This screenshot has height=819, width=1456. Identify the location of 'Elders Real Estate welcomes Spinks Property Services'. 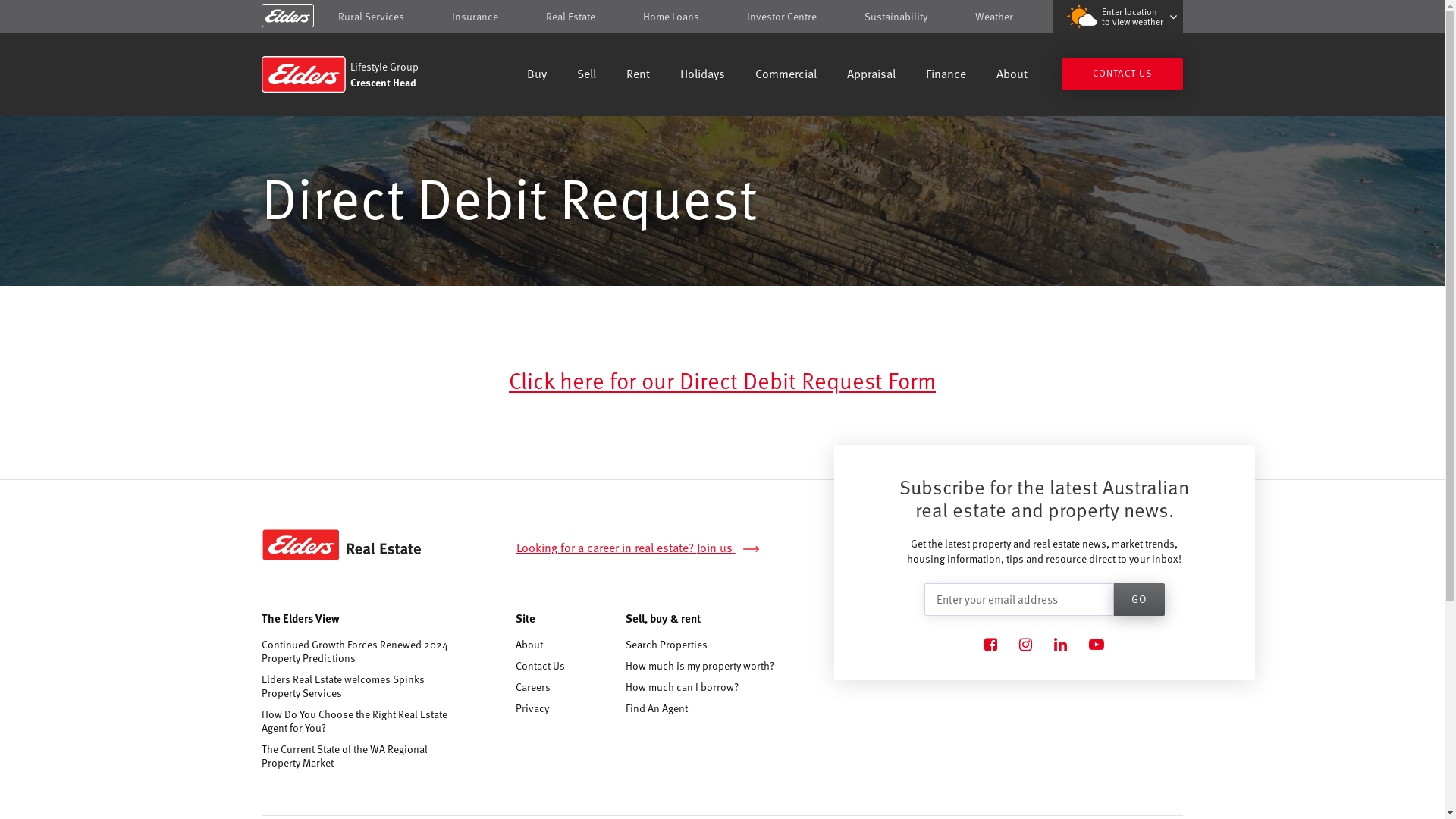
(262, 686).